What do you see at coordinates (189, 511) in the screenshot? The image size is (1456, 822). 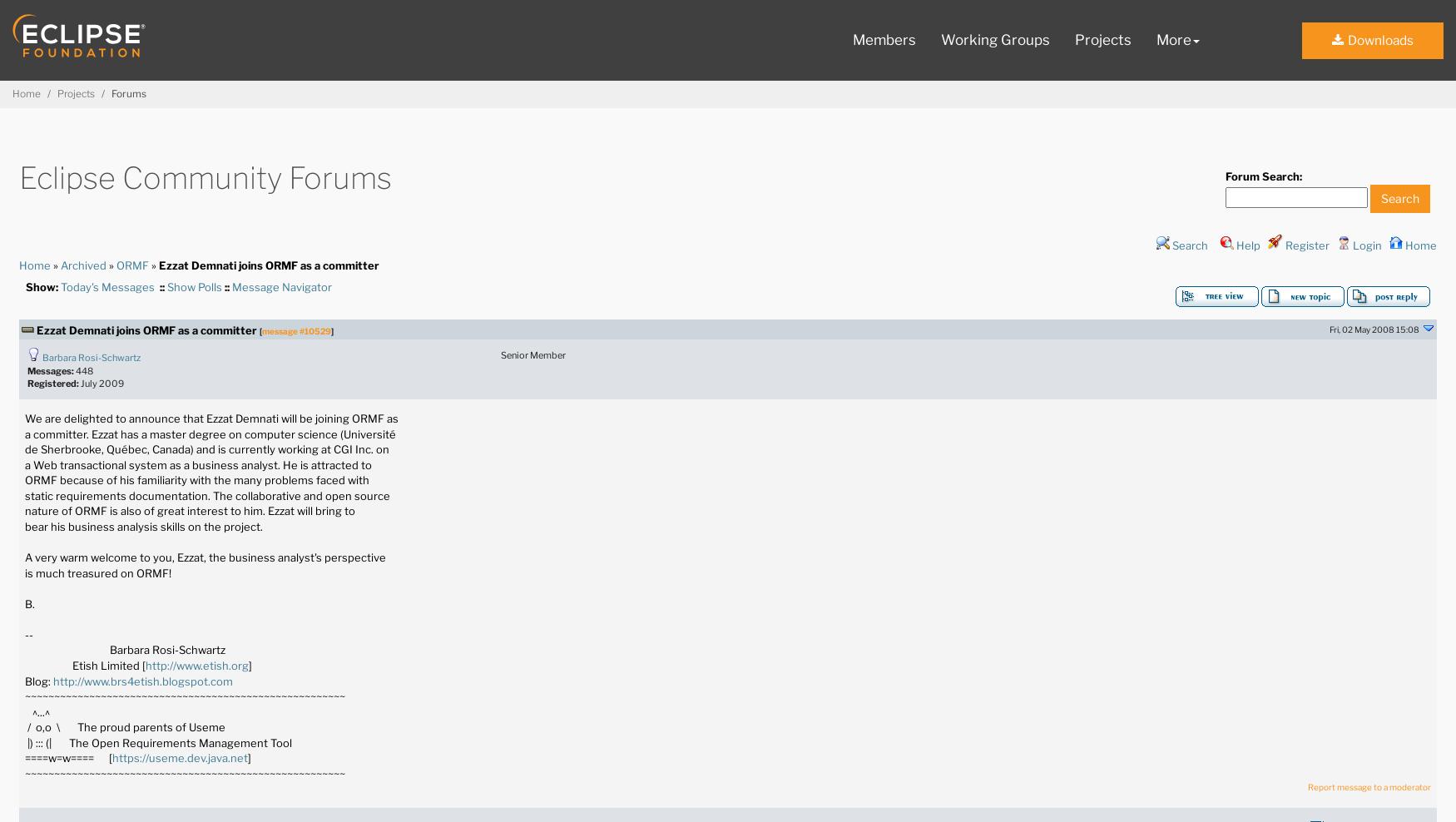 I see `'nature of ORMF is also of great interest to him. Ezzat will bring to'` at bounding box center [189, 511].